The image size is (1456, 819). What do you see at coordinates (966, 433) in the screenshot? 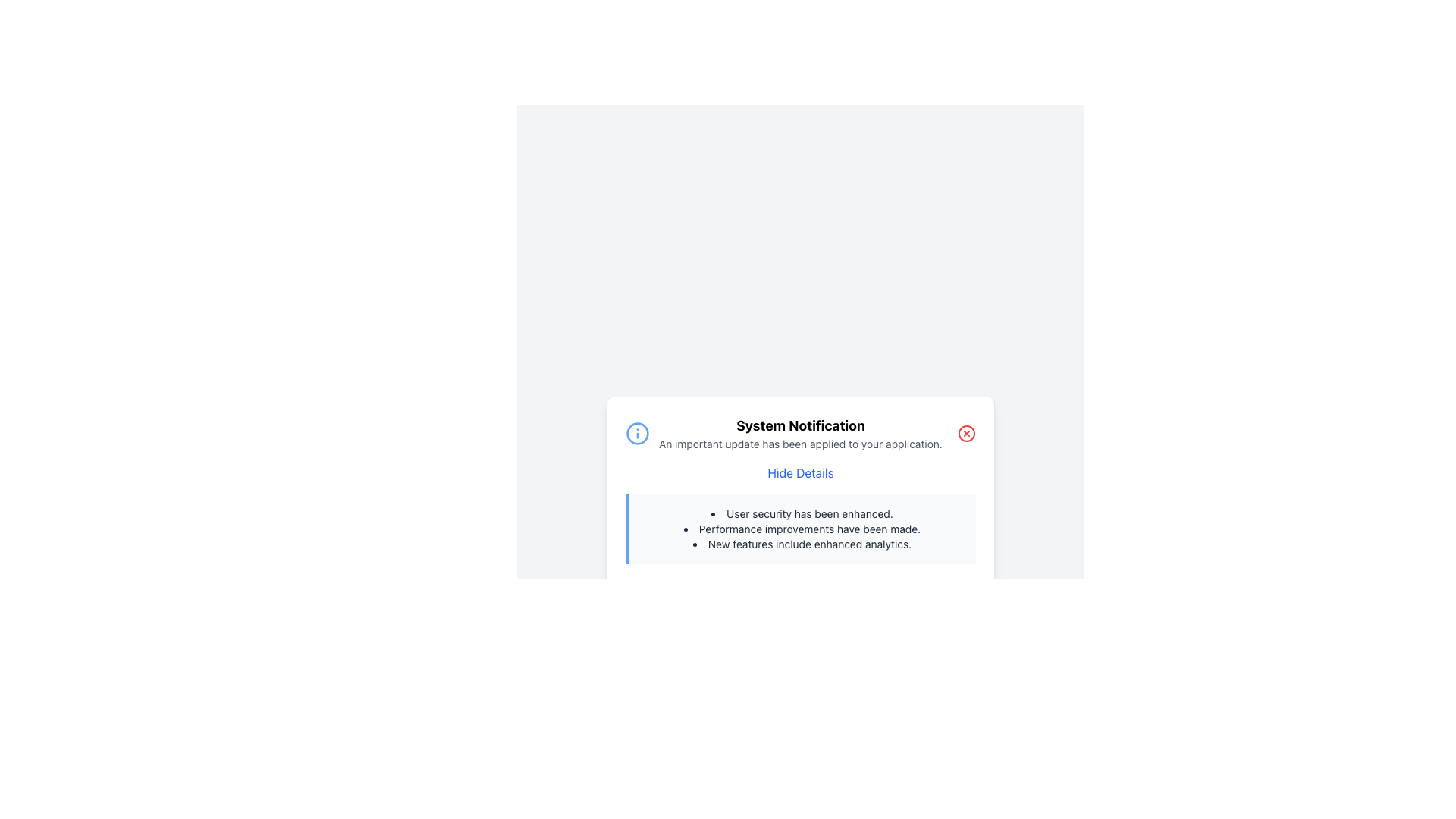
I see `the SVG Circle element that is part of the close button at the top-right corner of the notification card` at bounding box center [966, 433].